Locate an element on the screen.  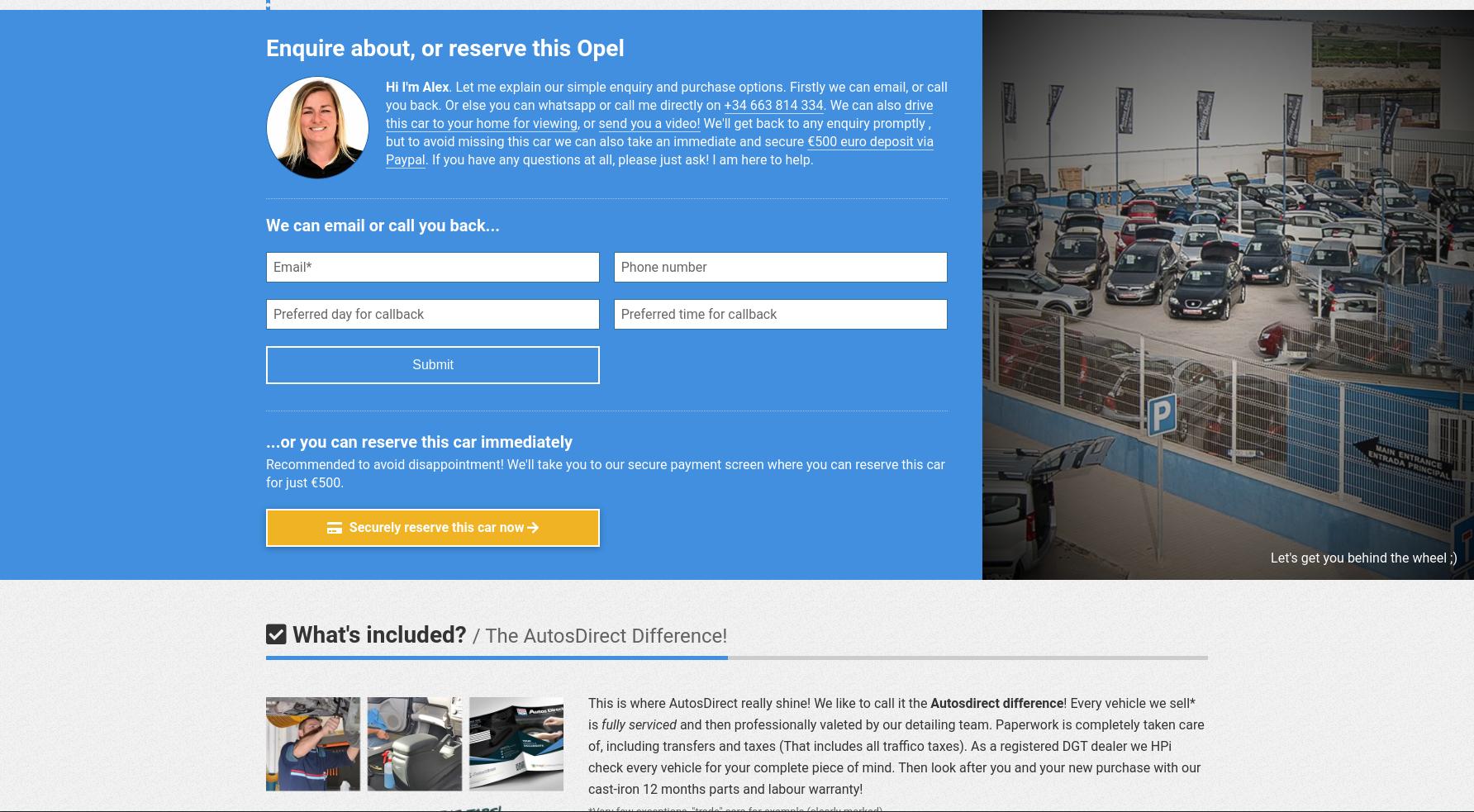
'and then pro­fes­sion­ally valeted by our de­tail­ing team. Pa­per­work is com­pletely taken care of, in­clud­ing trans­fers and taxes (That in­cludes all traf­fico taxes). As a re­gistered DGT dealer we HPi check every vehicle for your com­plete piece of mind. Then look after you and your new pur­chase with our cast-iron 12 months parts and la­bour war­ranty!' is located at coordinates (587, 756).